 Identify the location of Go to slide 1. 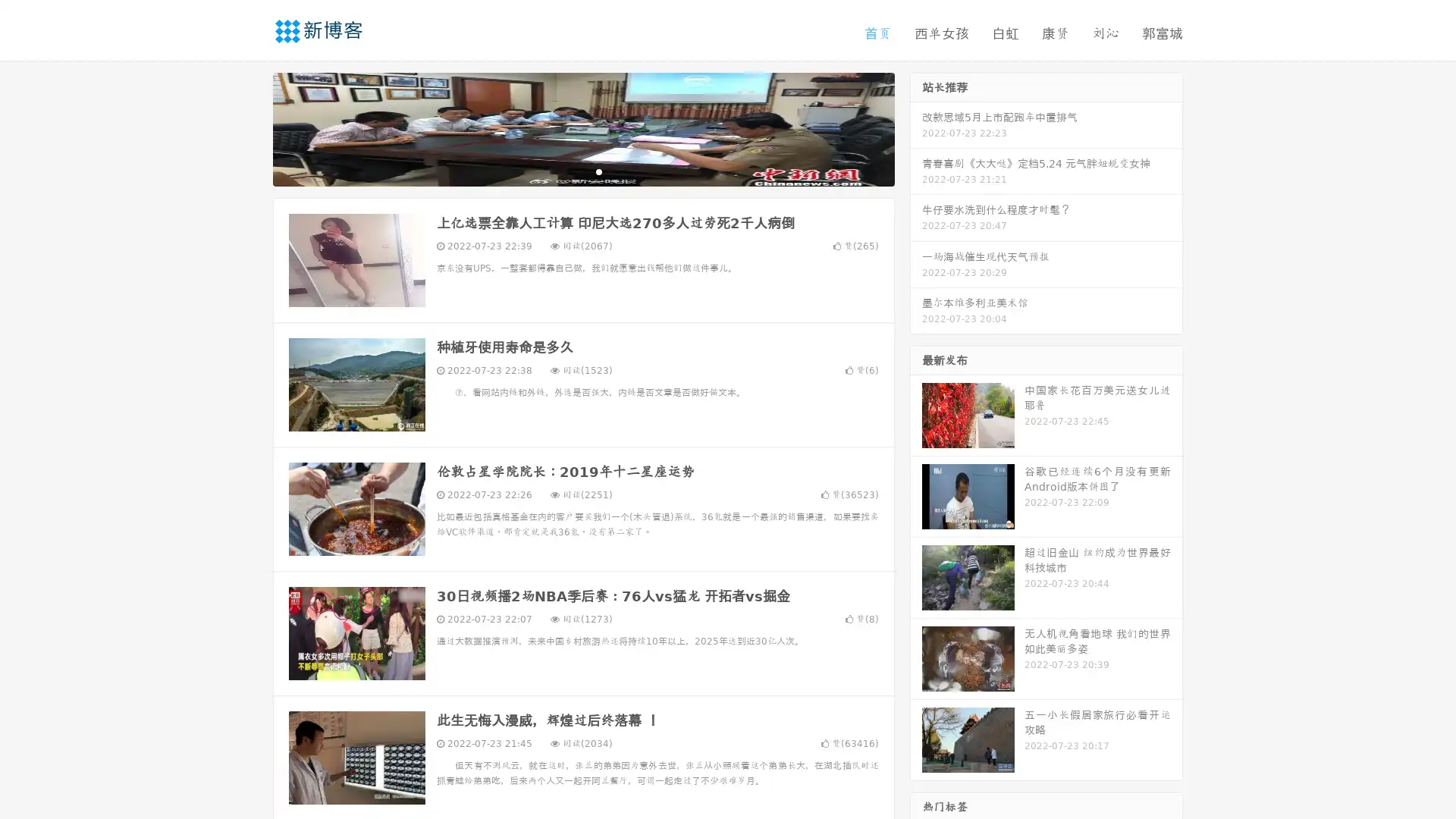
(567, 171).